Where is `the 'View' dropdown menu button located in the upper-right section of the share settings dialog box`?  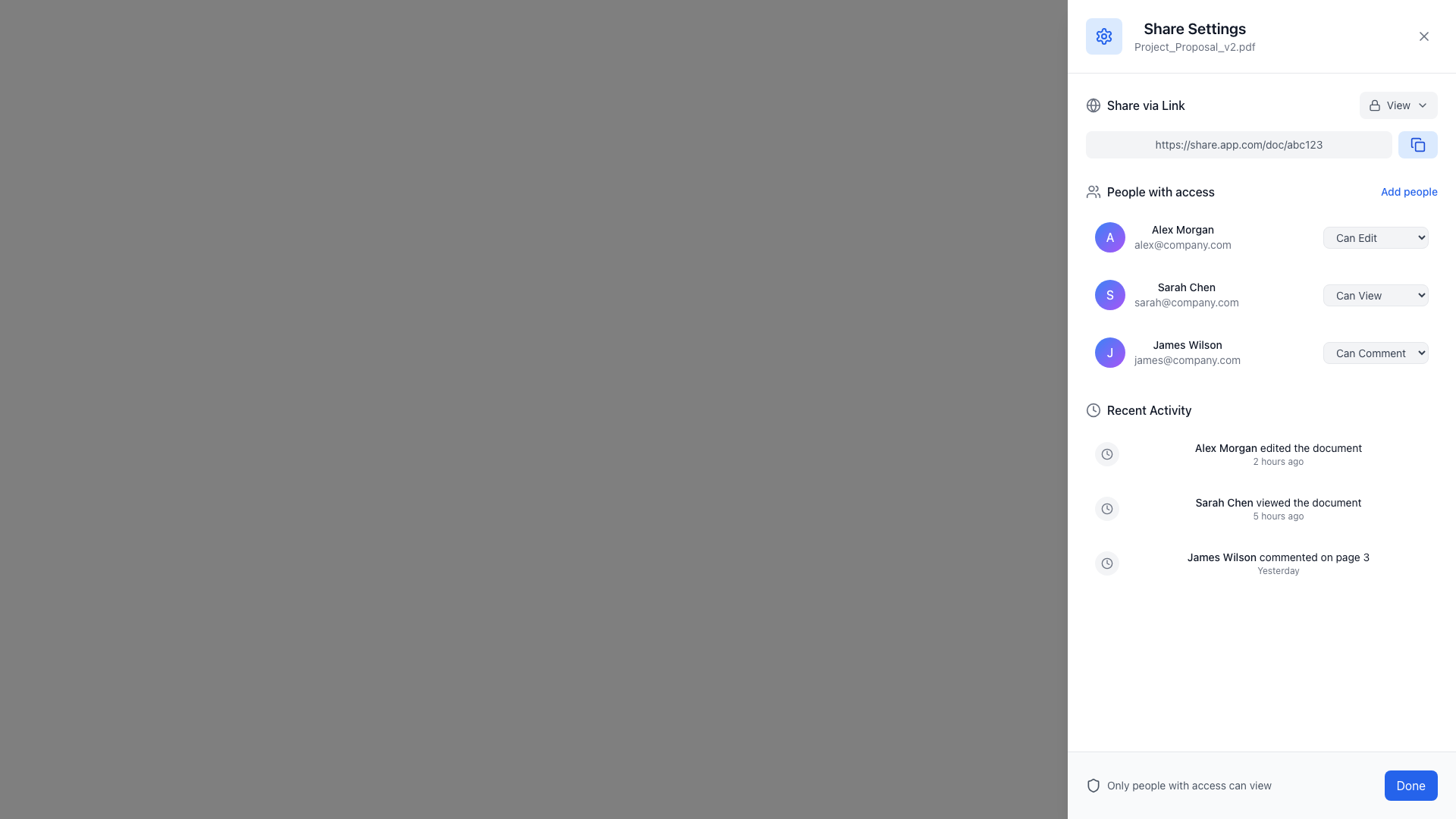
the 'View' dropdown menu button located in the upper-right section of the share settings dialog box is located at coordinates (1397, 104).